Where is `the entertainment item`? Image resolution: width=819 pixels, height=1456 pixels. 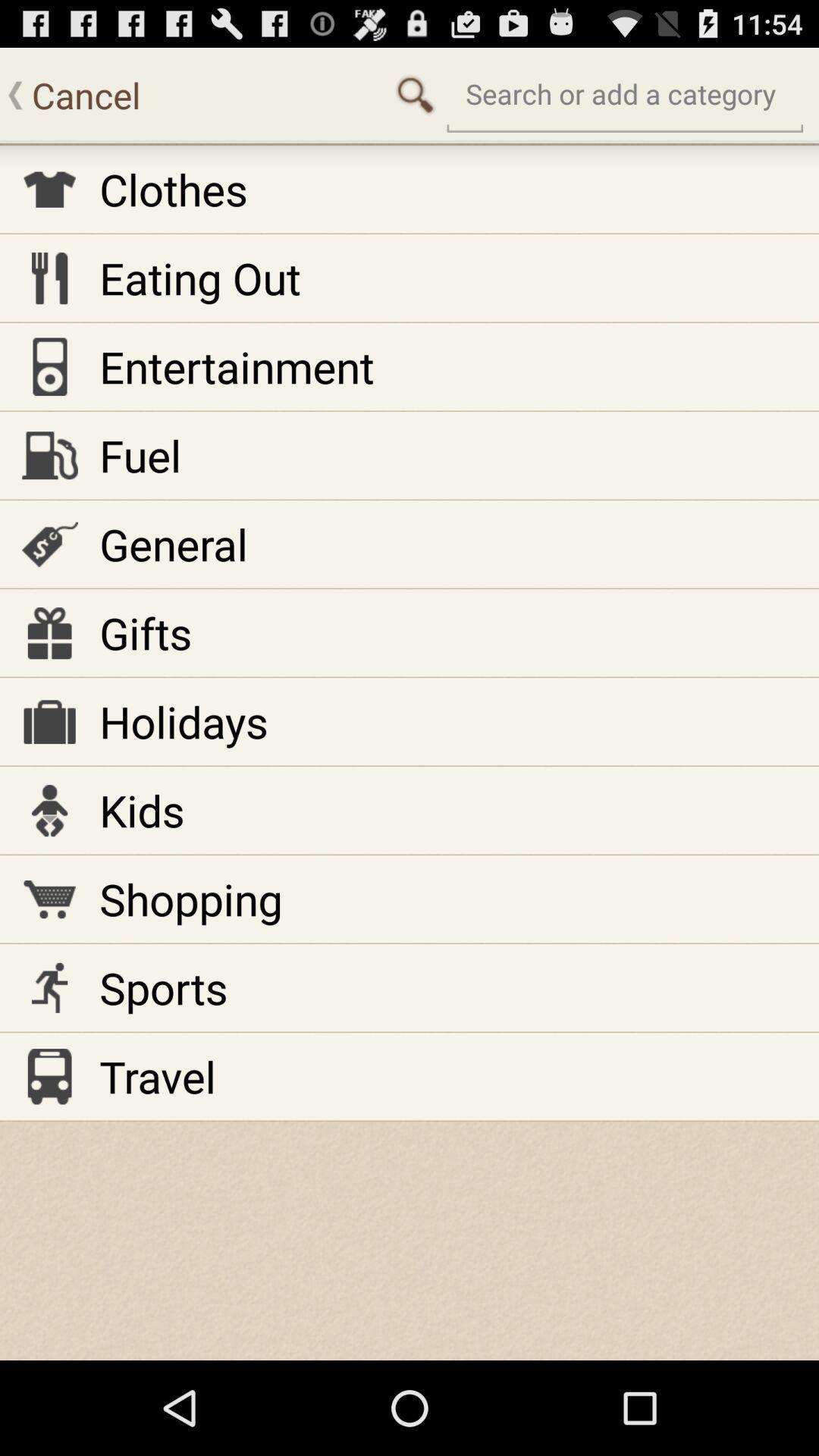 the entertainment item is located at coordinates (237, 366).